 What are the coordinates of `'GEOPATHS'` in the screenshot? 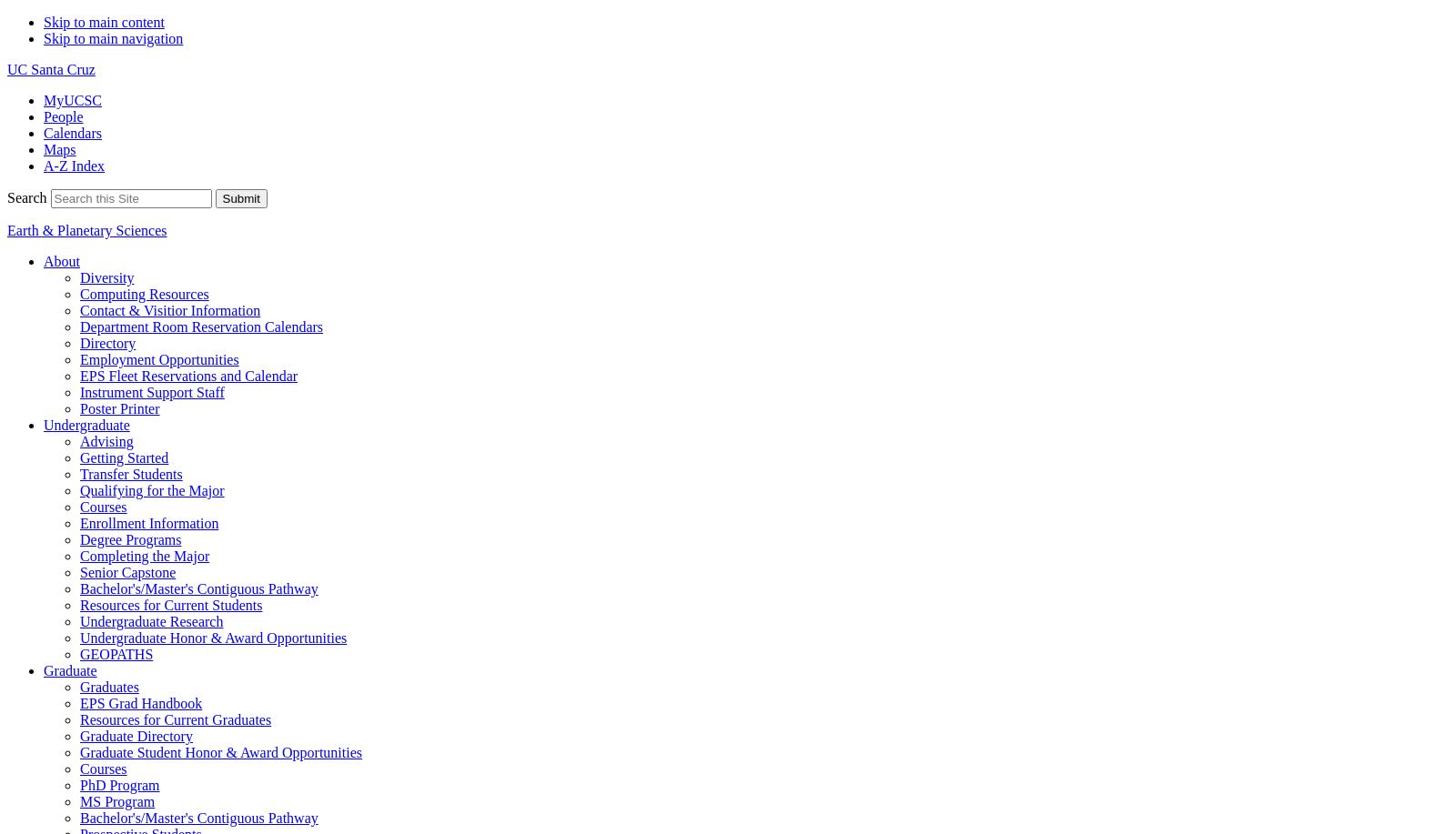 It's located at (116, 654).